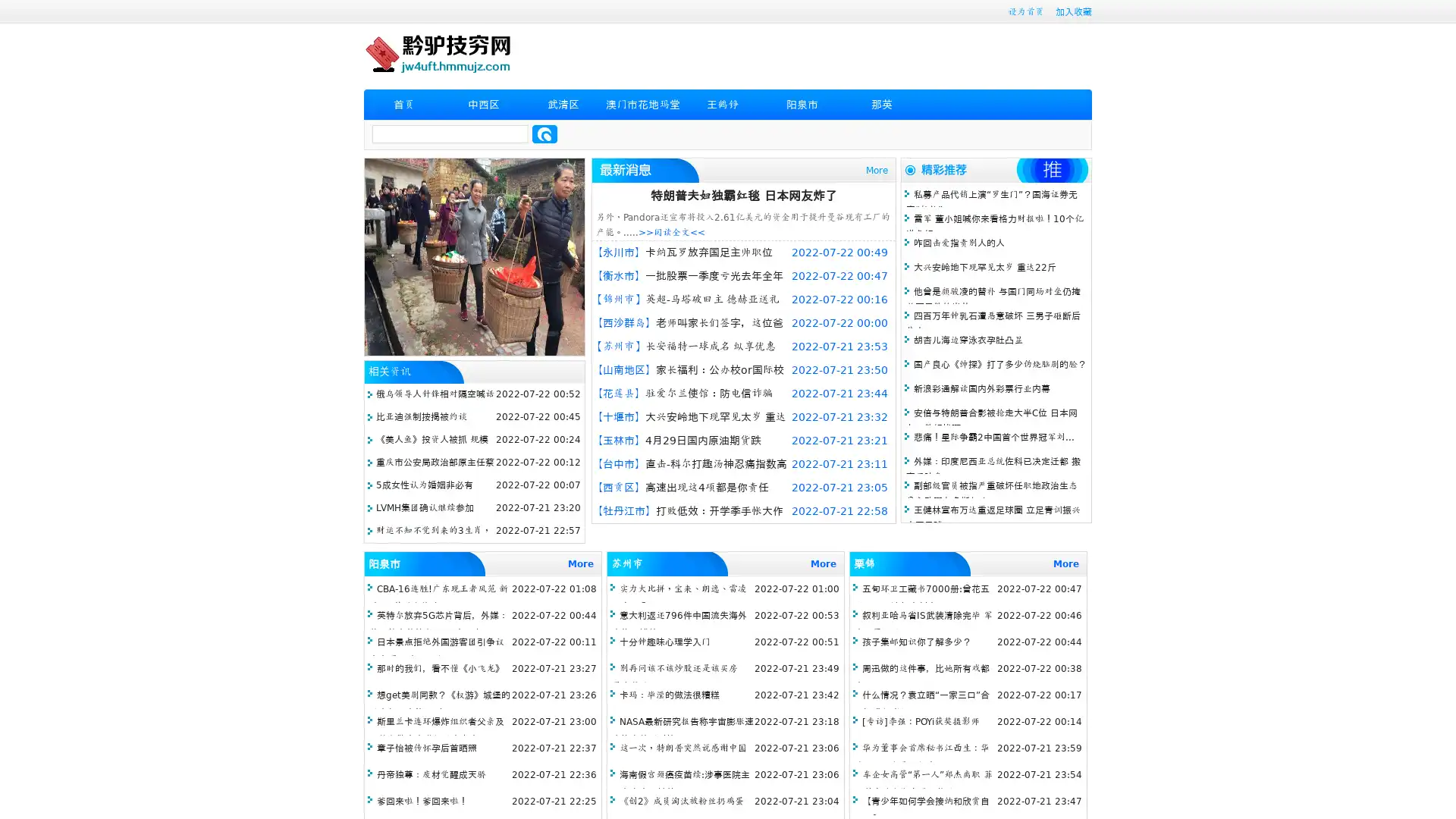 The height and width of the screenshot is (819, 1456). Describe the element at coordinates (544, 133) in the screenshot. I see `Search` at that location.